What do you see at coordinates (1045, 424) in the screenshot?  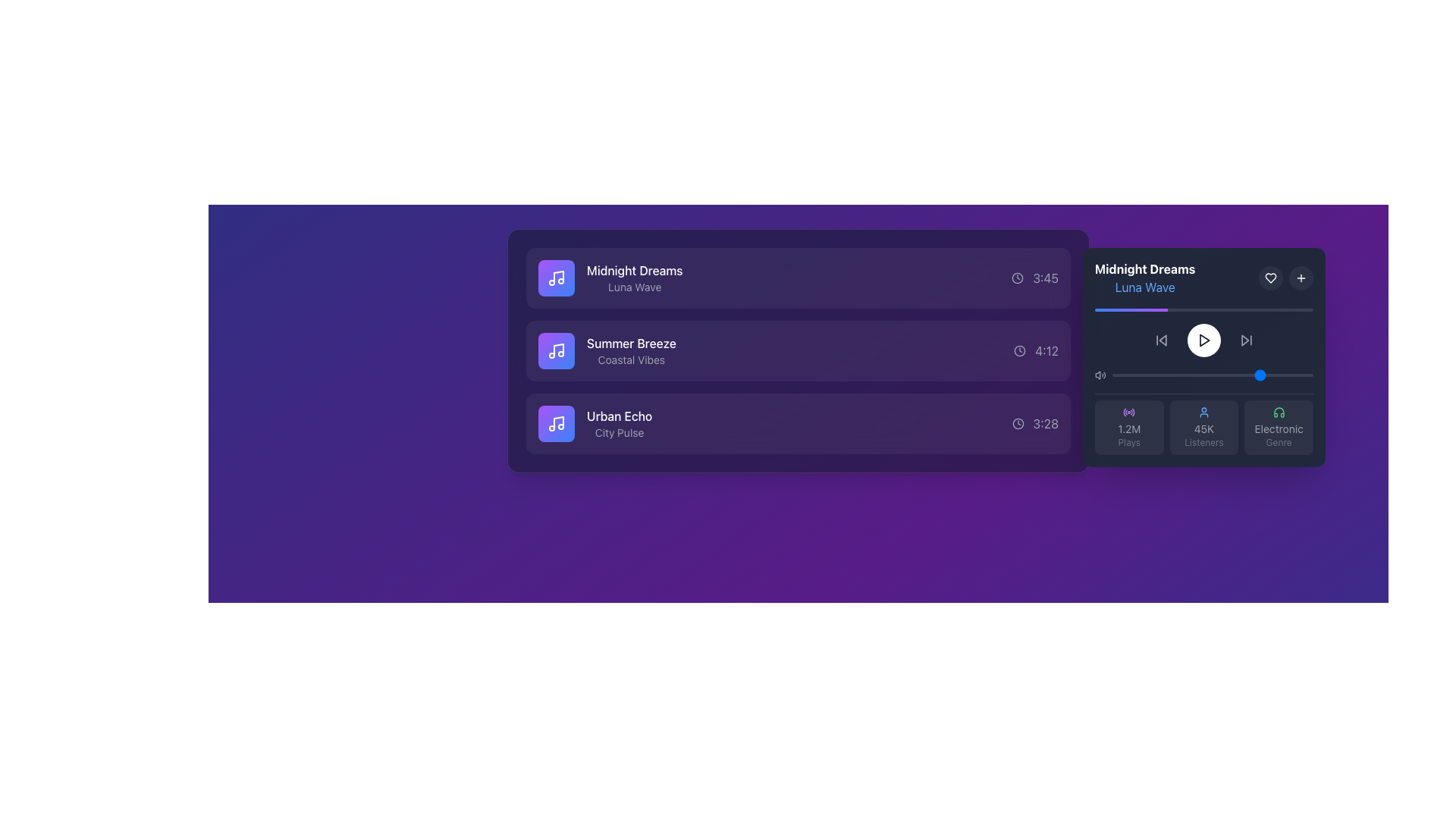 I see `the text label displaying the duration of the media item in the third row of the playlist, which is aligned with the clock icon` at bounding box center [1045, 424].